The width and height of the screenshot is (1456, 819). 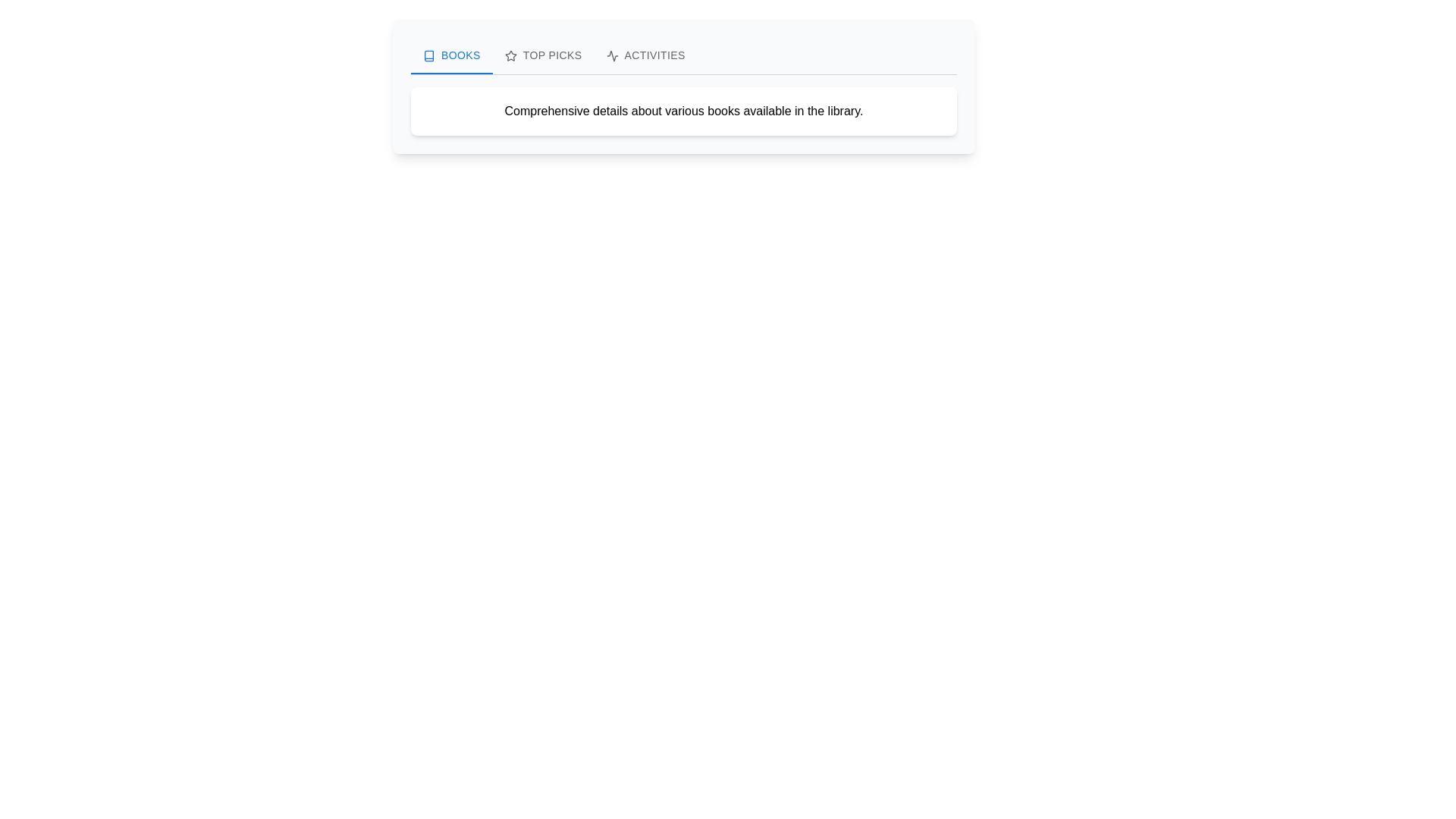 What do you see at coordinates (551, 55) in the screenshot?
I see `the 'Top Picks' label, which is a black text label positioned centrally at the top of the interface, adjacent to a star icon in a navigation bar` at bounding box center [551, 55].